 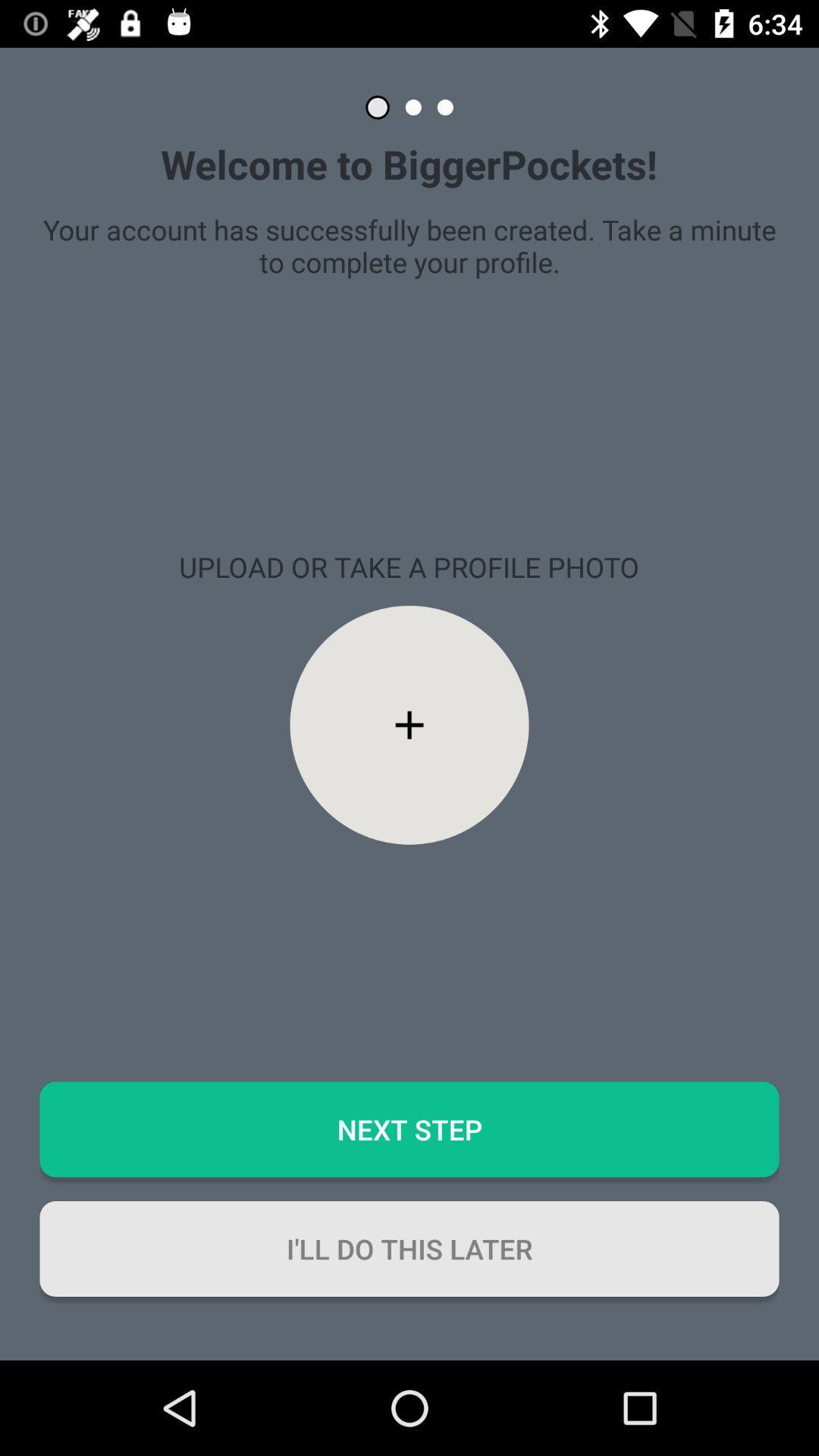 I want to click on app below the upload or take item, so click(x=409, y=724).